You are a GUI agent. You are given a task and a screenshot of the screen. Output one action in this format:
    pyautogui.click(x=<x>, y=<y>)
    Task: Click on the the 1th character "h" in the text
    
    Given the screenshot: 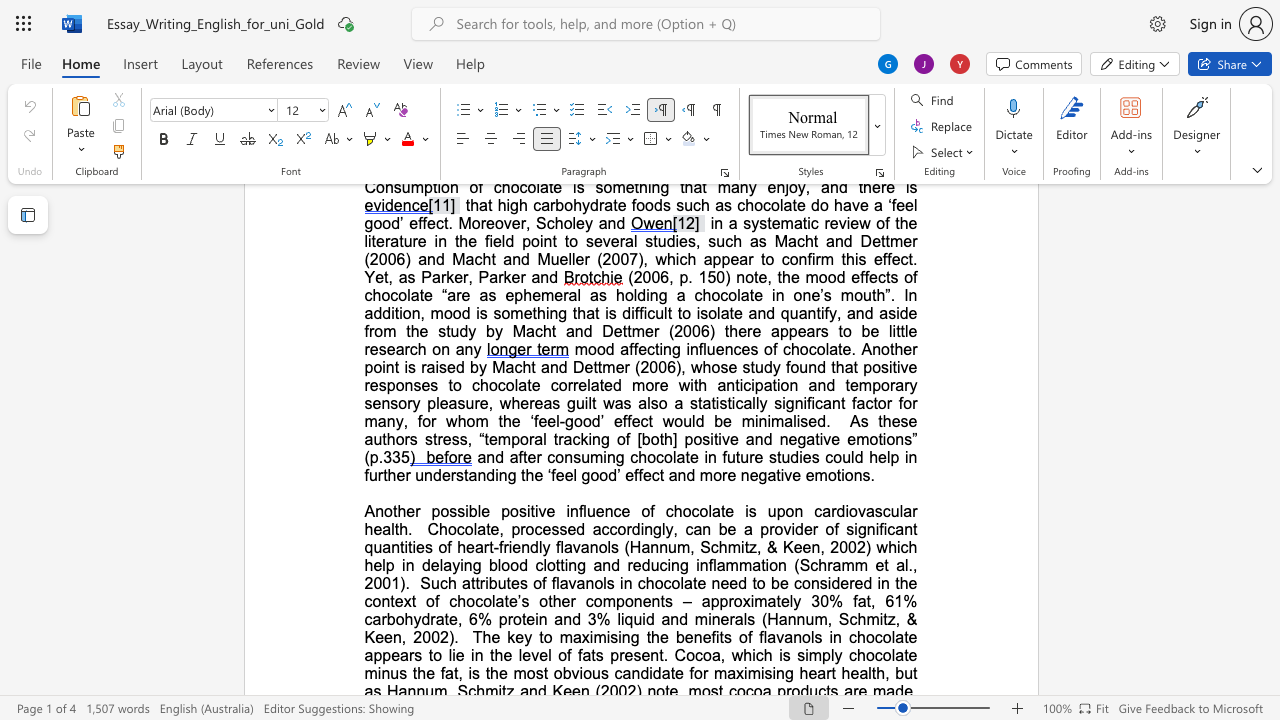 What is the action you would take?
    pyautogui.click(x=886, y=420)
    